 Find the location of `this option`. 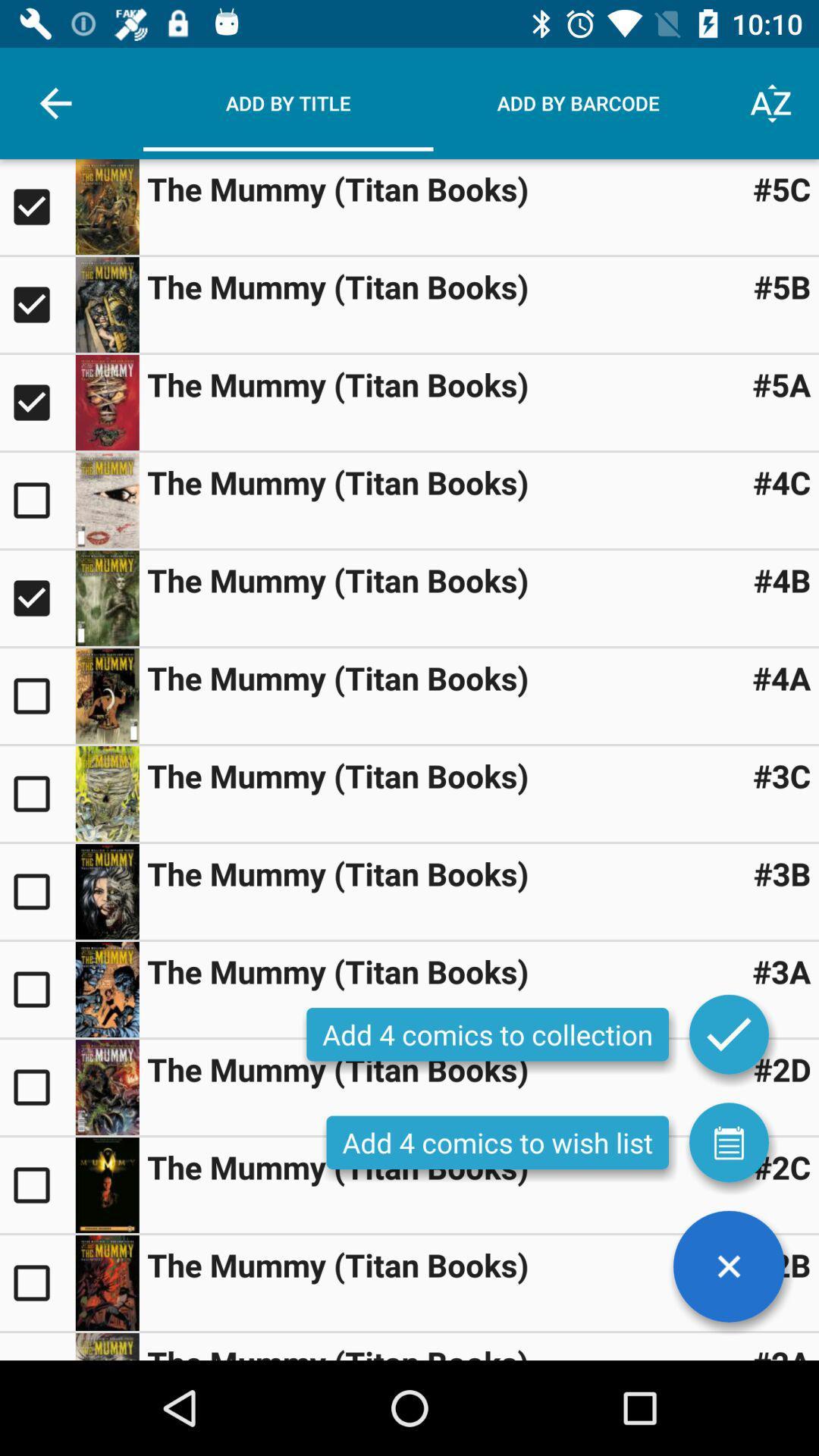

this option is located at coordinates (36, 1282).